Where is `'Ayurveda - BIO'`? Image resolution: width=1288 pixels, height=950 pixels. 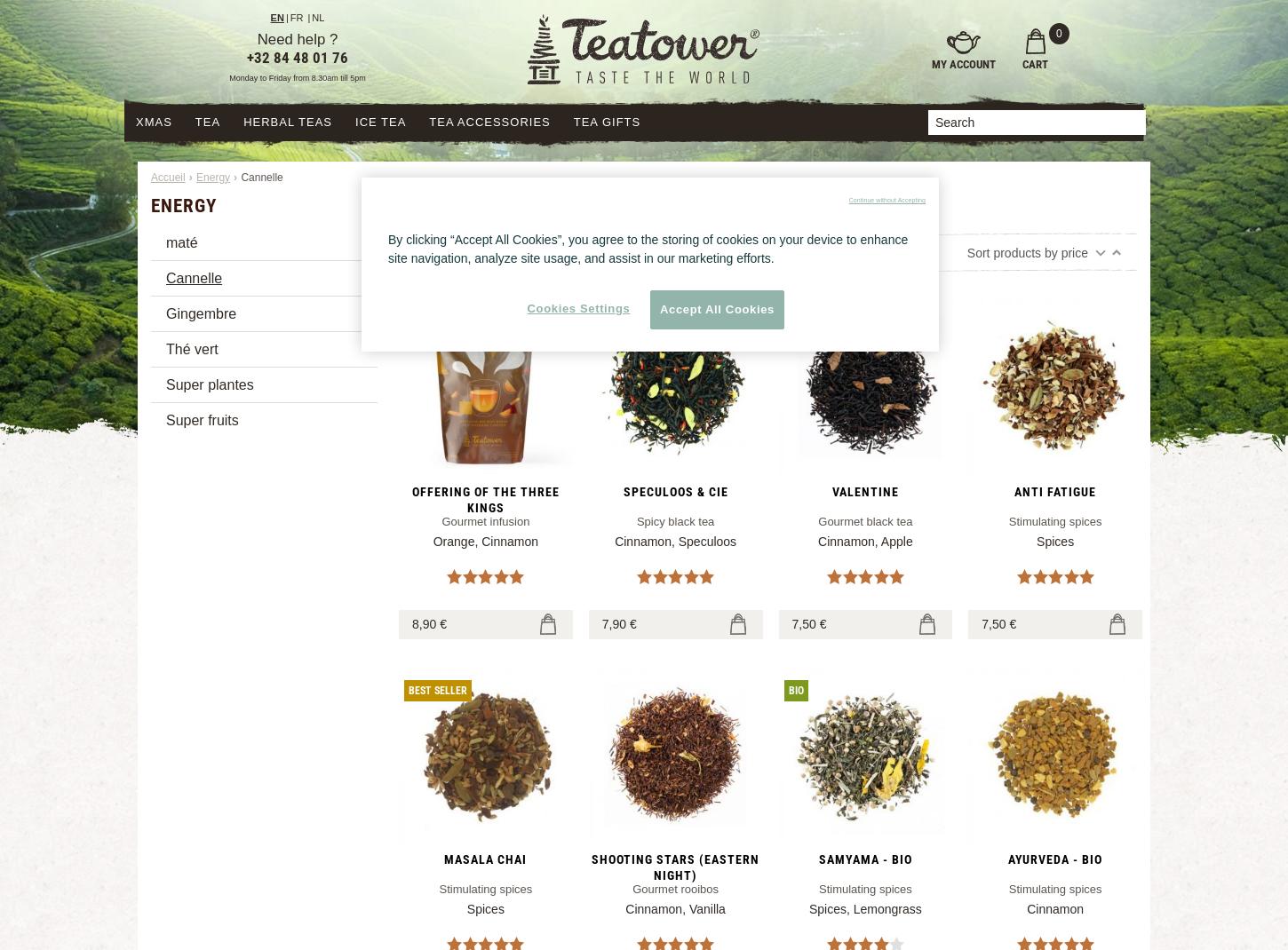 'Ayurveda - BIO' is located at coordinates (1053, 857).